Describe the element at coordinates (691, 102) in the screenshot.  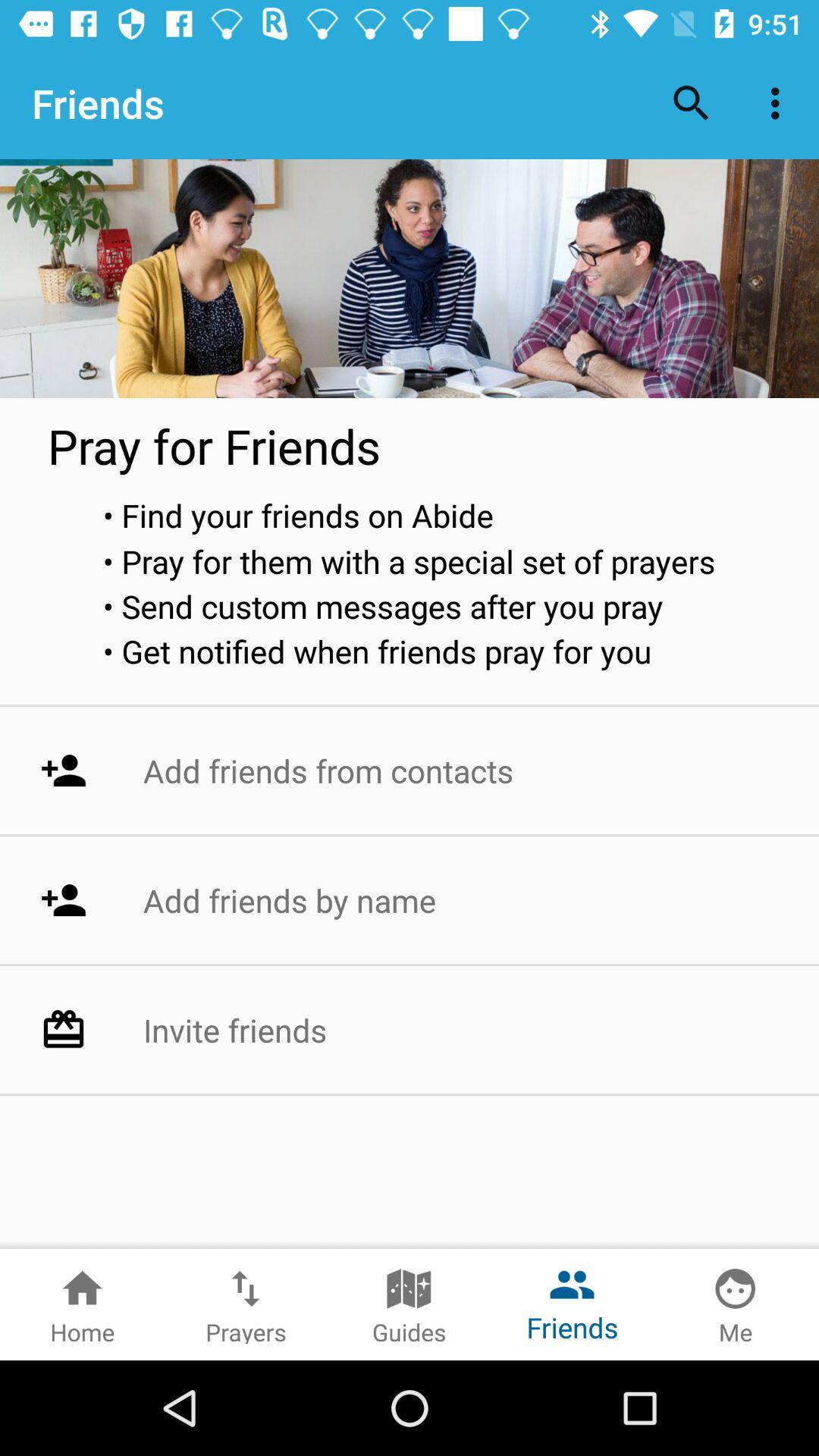
I see `the item next to the friends item` at that location.